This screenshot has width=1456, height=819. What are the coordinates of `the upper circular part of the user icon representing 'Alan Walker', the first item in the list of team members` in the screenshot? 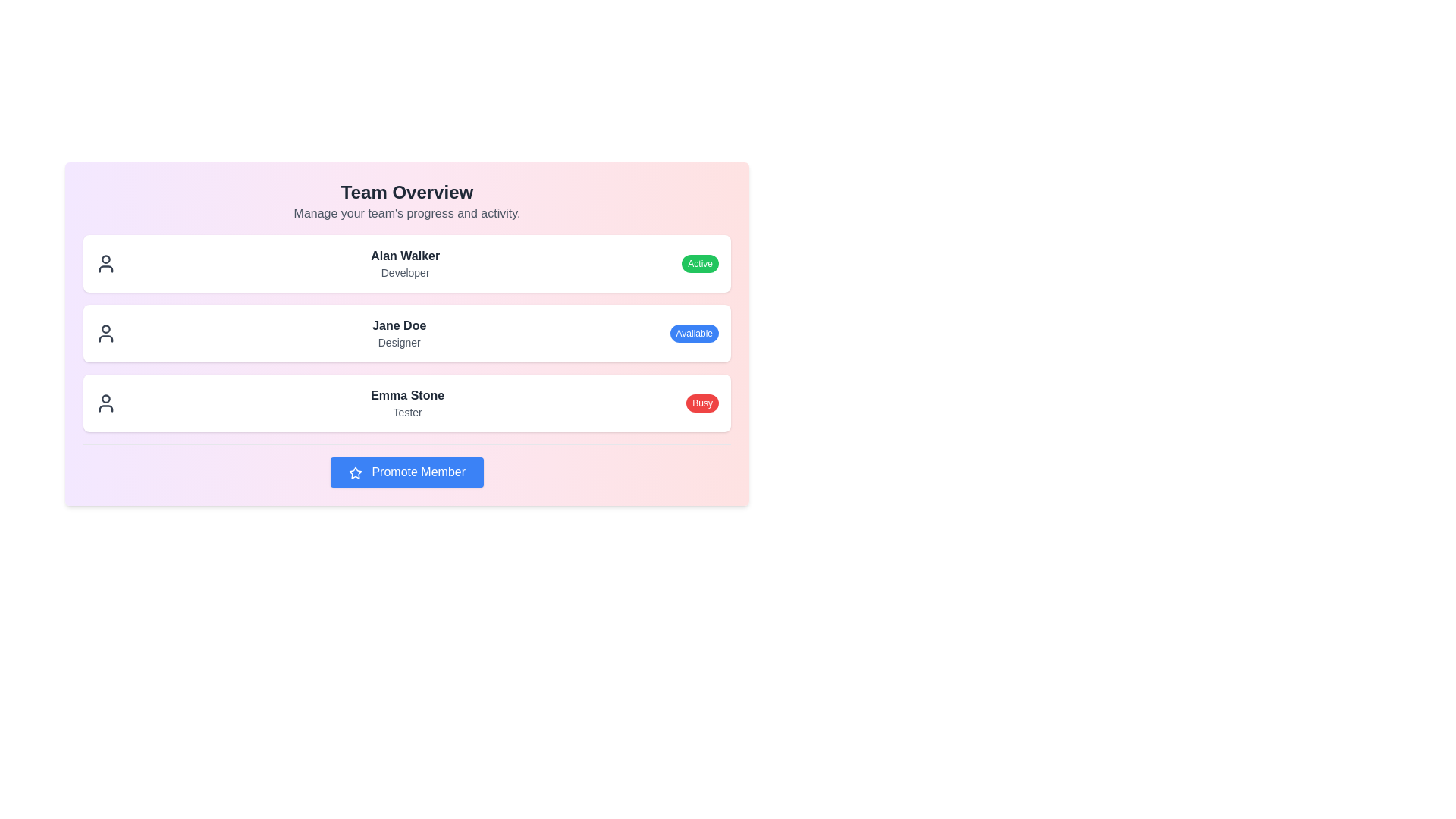 It's located at (105, 259).